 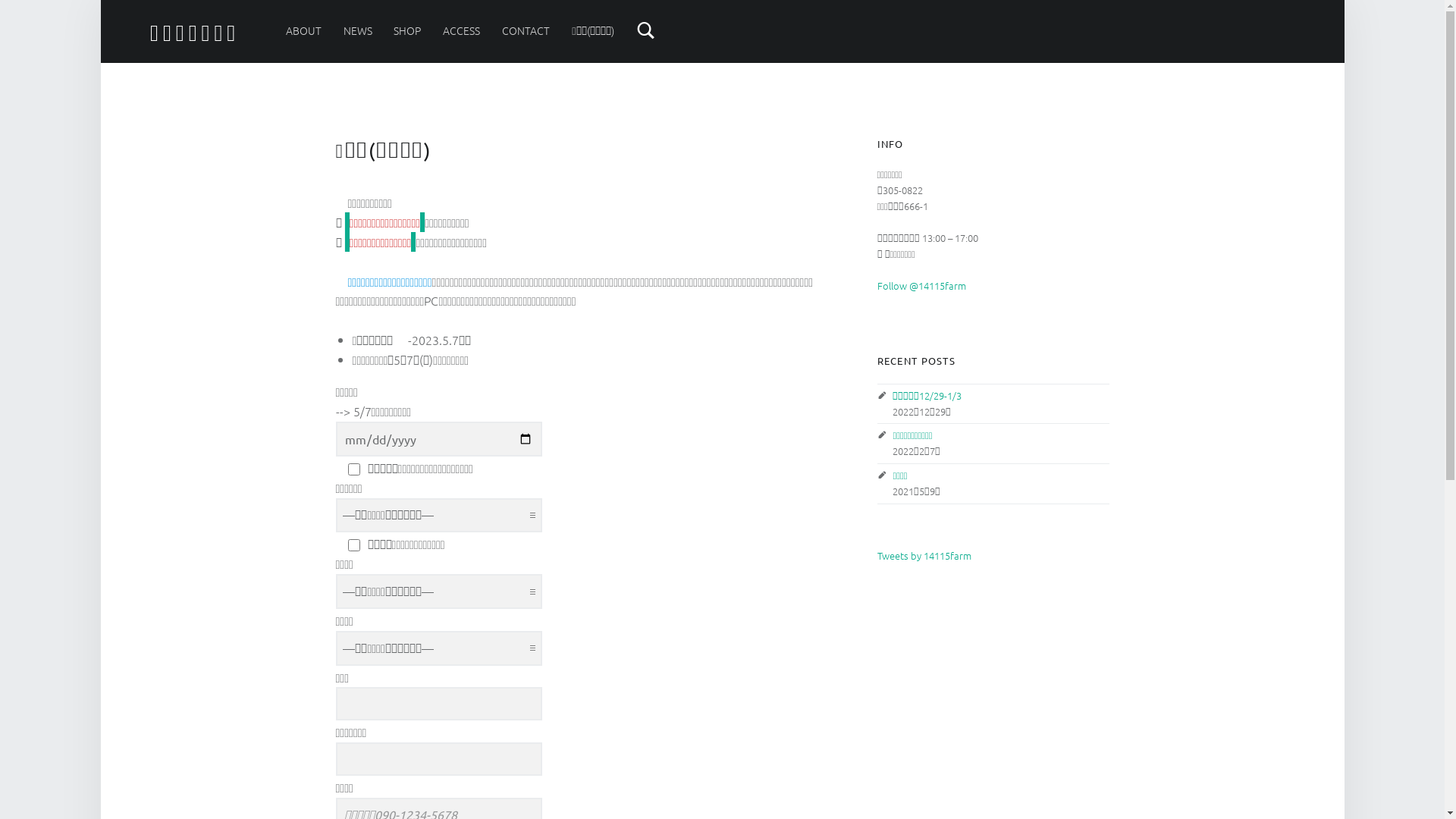 I want to click on 'Follow @14115farm', so click(x=920, y=285).